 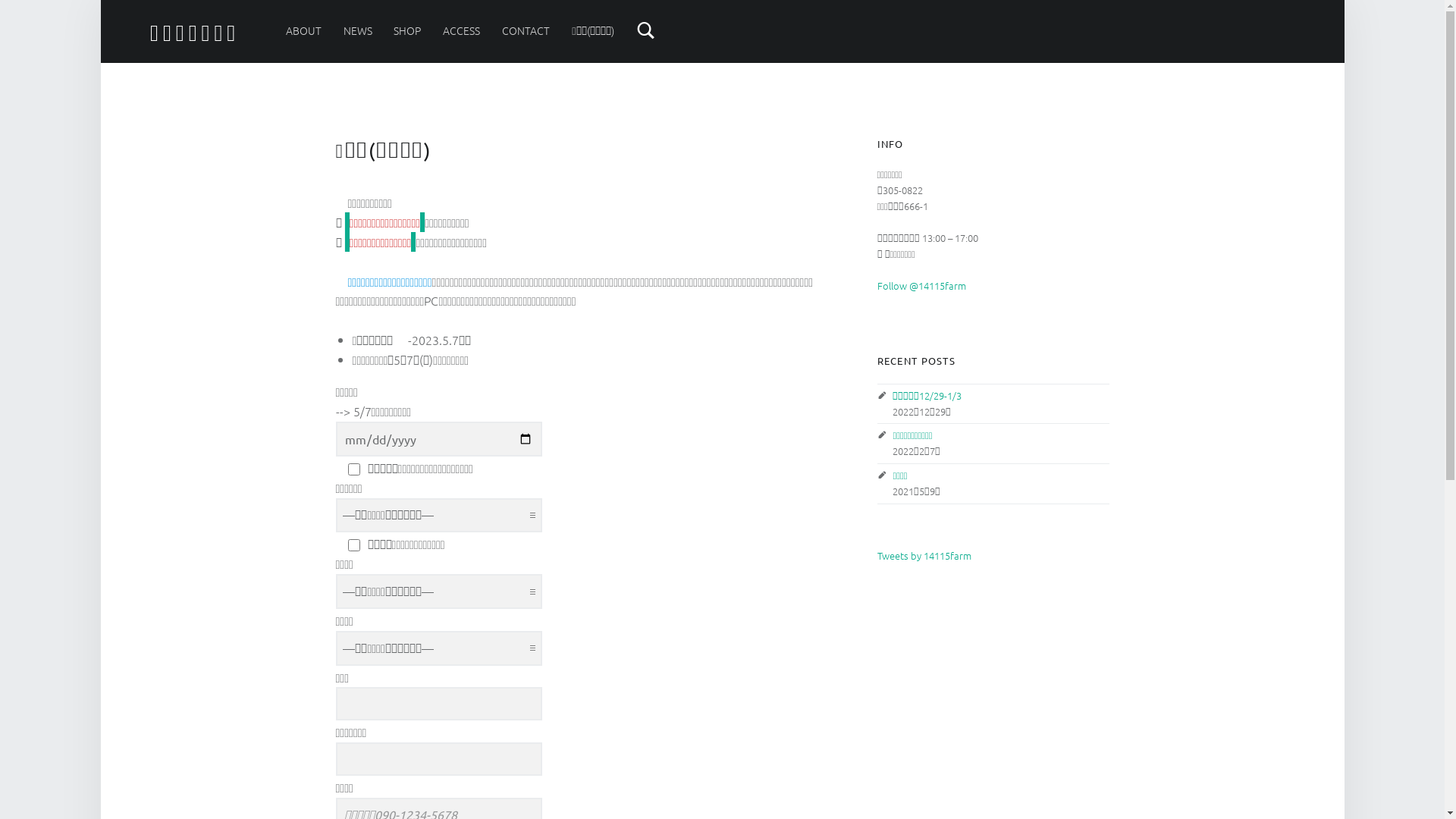 I want to click on 'Follow @14115farm', so click(x=920, y=285).